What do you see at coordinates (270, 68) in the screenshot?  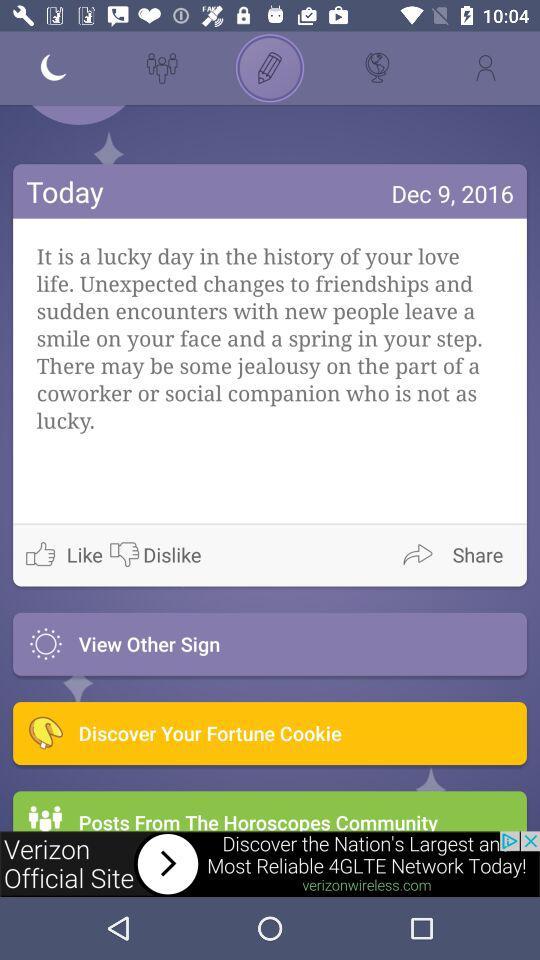 I see `icon page` at bounding box center [270, 68].